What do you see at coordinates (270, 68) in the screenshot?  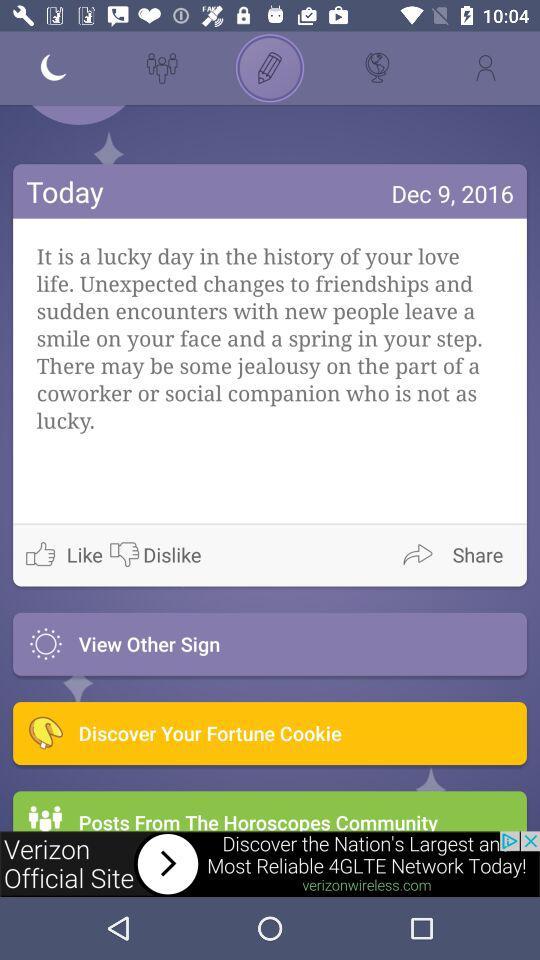 I see `icon page` at bounding box center [270, 68].